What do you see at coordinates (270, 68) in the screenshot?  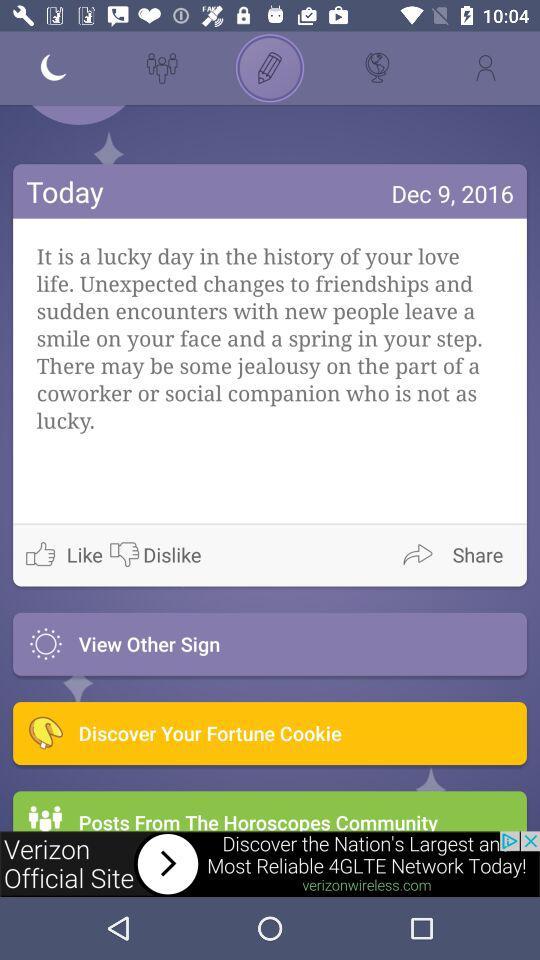 I see `icon page` at bounding box center [270, 68].